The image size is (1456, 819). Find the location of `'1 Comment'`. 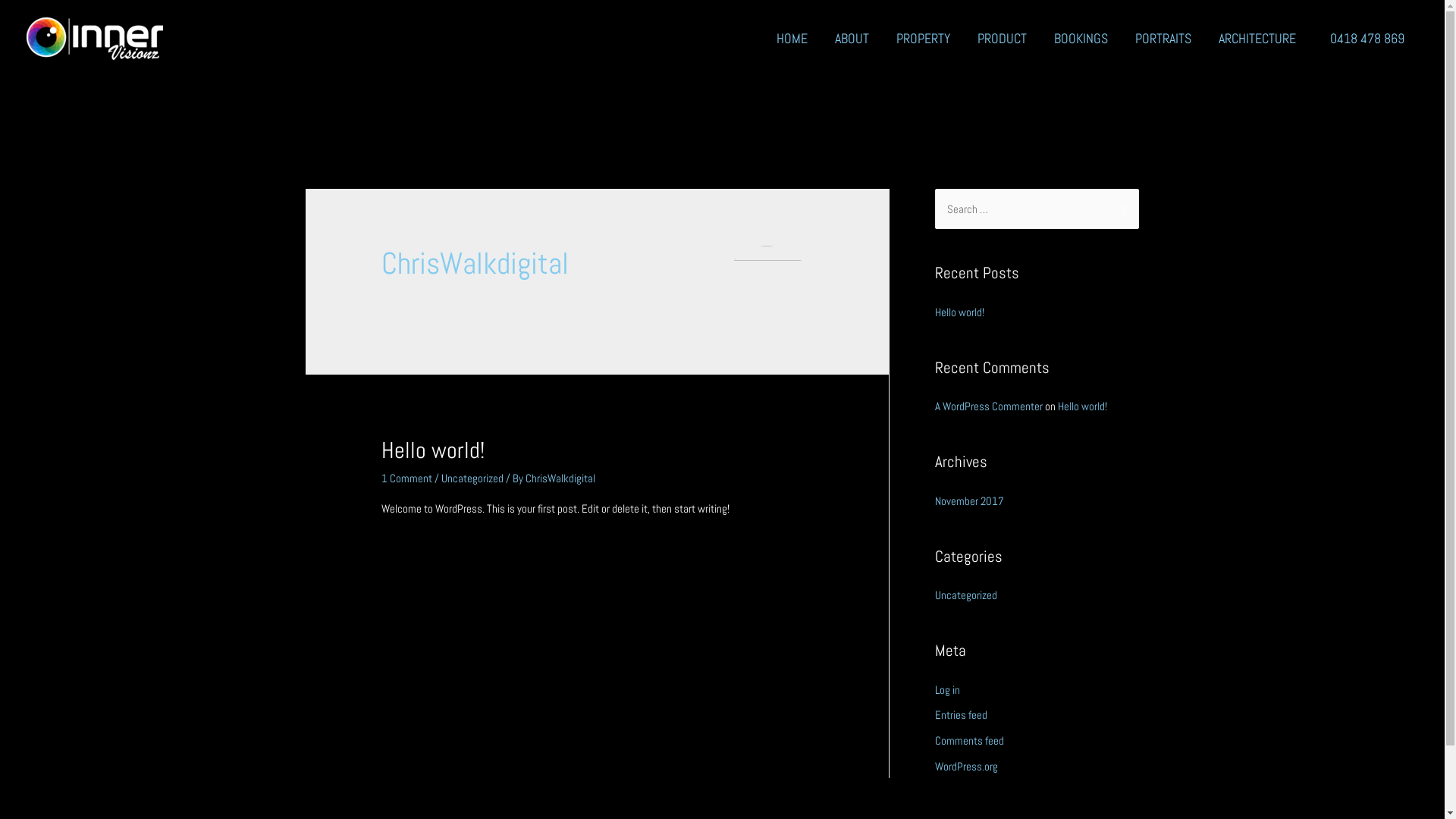

'1 Comment' is located at coordinates (406, 478).